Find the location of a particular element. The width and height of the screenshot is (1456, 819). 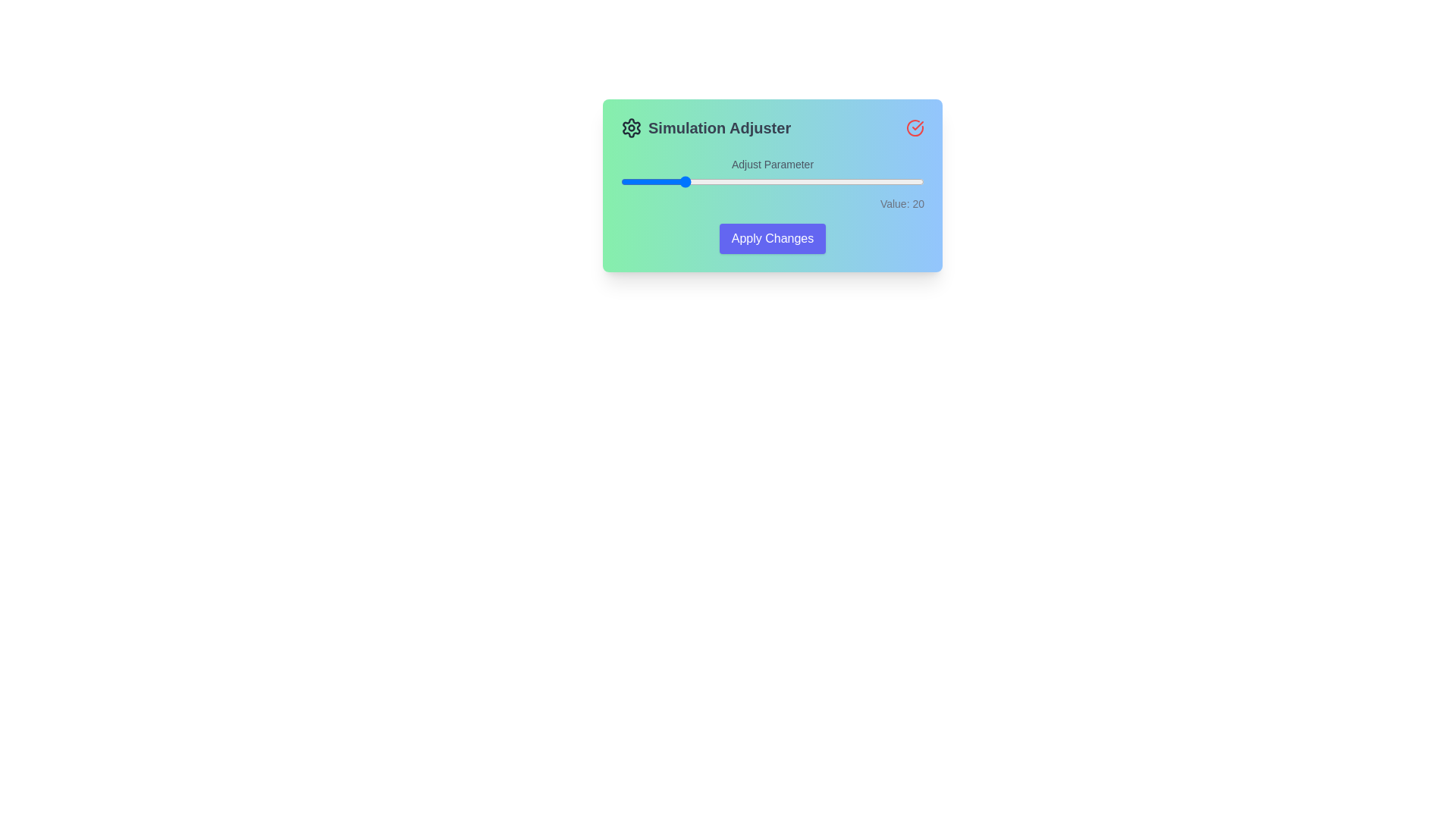

the slider to set the value to 5 is located at coordinates (636, 180).